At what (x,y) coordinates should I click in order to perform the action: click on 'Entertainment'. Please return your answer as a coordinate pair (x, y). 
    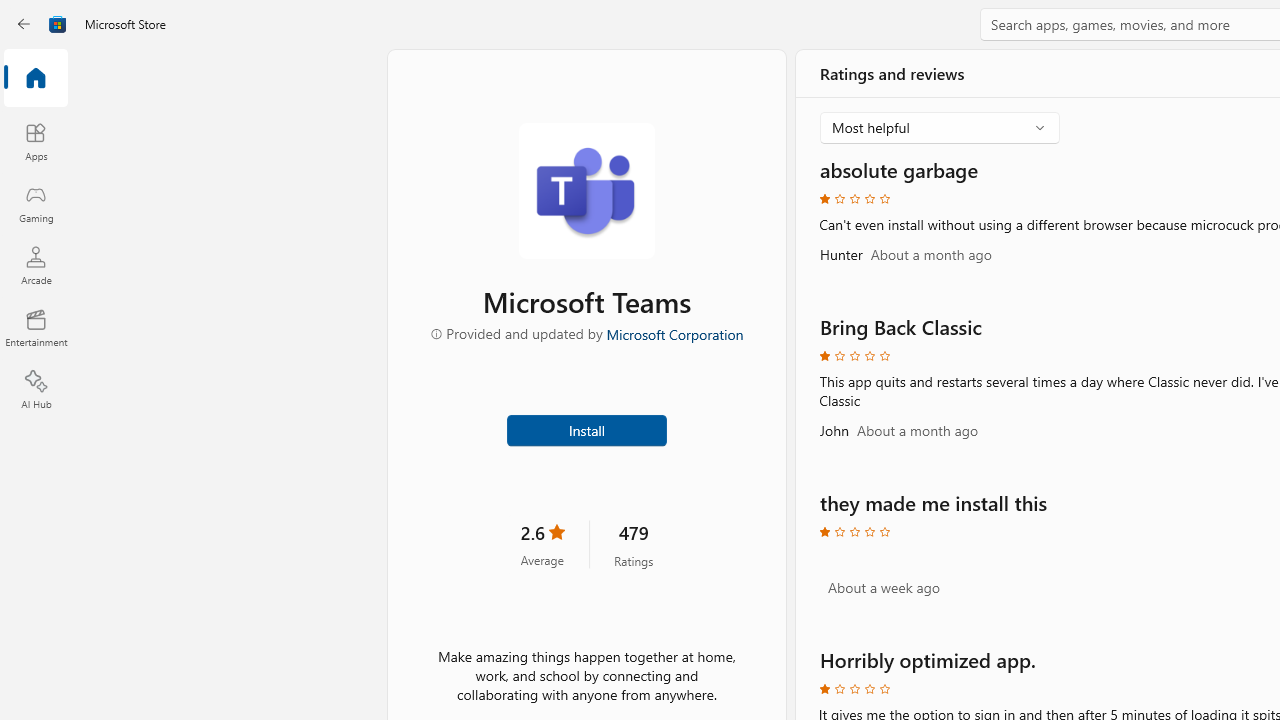
    Looking at the image, I should click on (35, 326).